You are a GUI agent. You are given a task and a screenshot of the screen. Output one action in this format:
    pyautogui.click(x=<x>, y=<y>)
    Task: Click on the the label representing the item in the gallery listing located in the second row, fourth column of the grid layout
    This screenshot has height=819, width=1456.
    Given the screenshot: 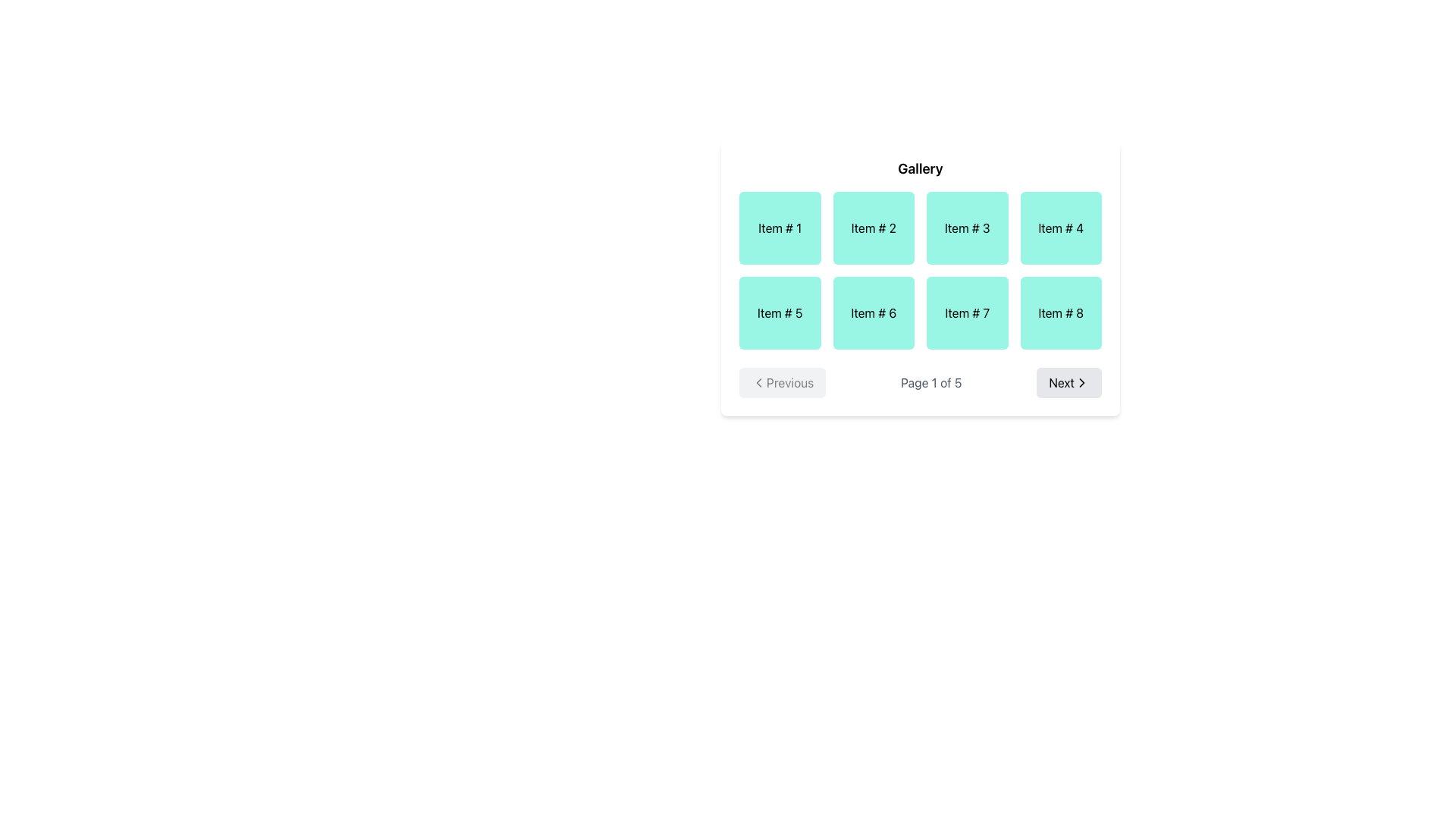 What is the action you would take?
    pyautogui.click(x=1060, y=312)
    